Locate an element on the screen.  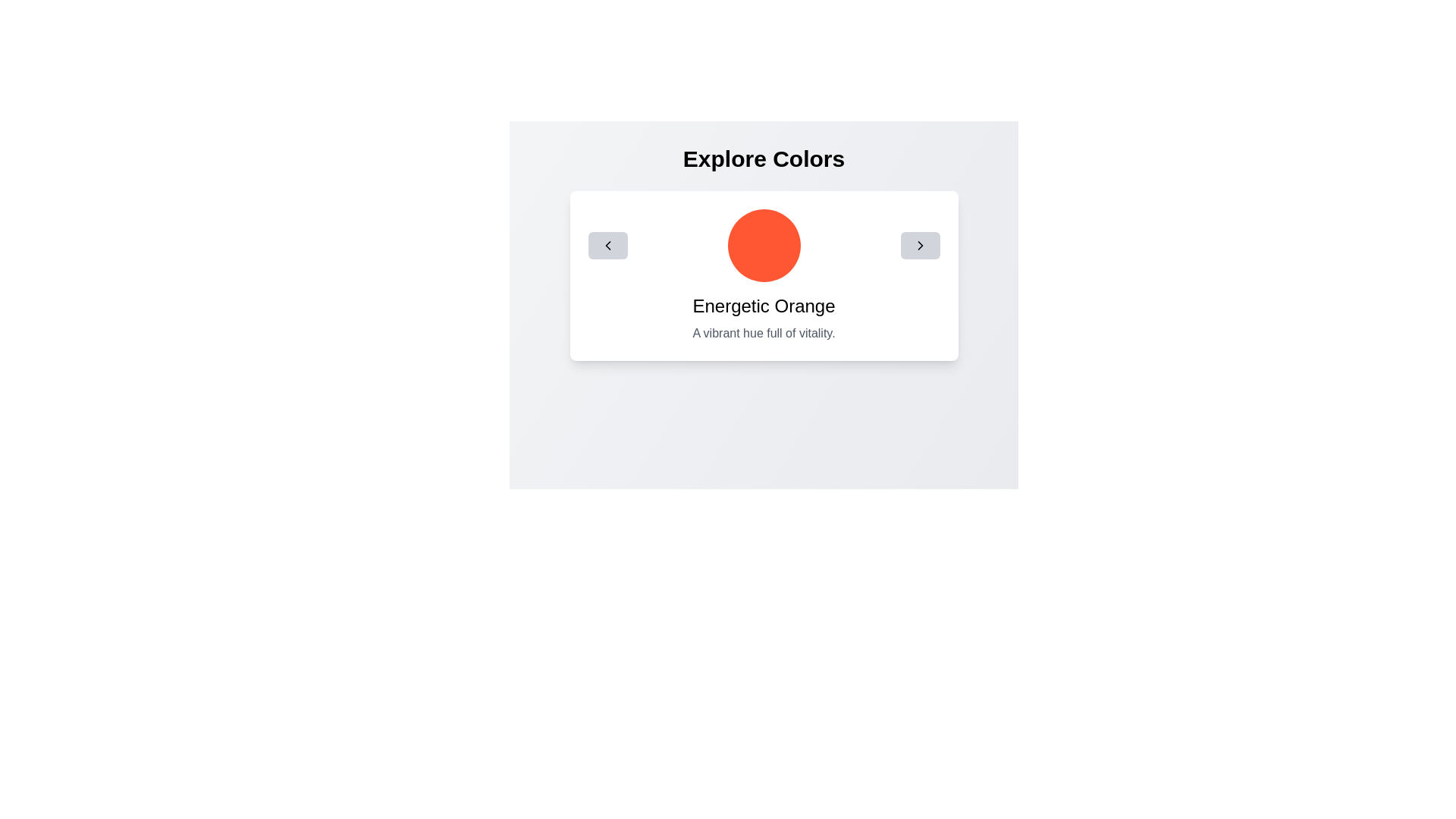
the vibrant orange circular icon located in the center of the white card labeled 'Explore Colors' is located at coordinates (764, 296).